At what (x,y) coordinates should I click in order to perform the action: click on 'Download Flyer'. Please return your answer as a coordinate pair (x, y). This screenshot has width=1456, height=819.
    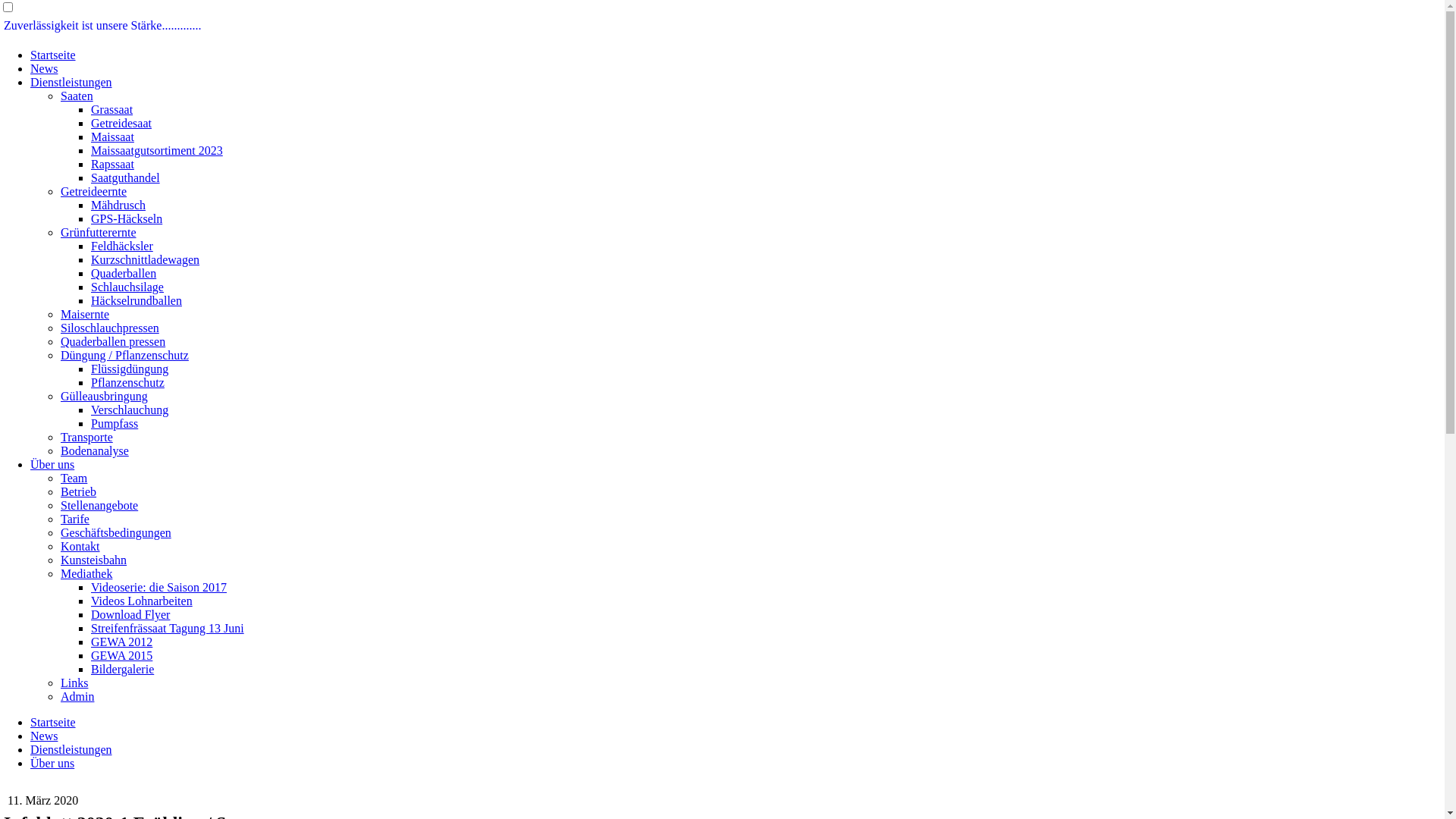
    Looking at the image, I should click on (90, 614).